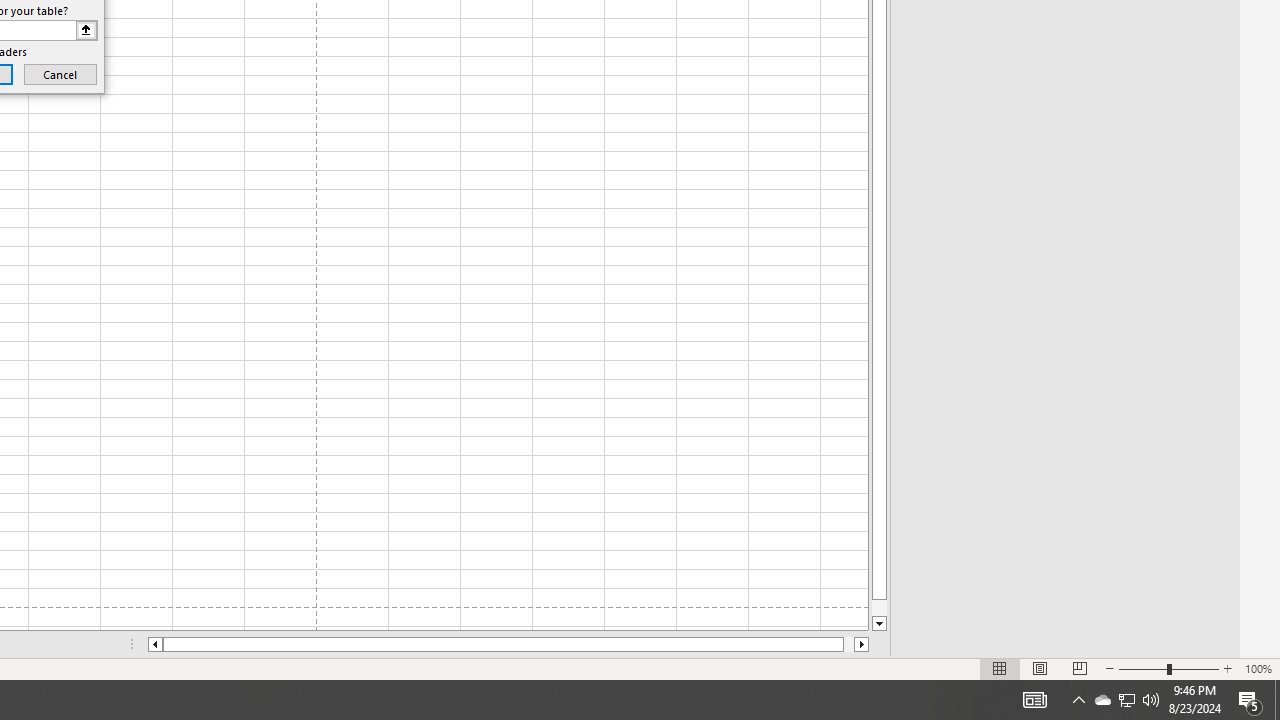 Image resolution: width=1280 pixels, height=720 pixels. I want to click on 'Page right', so click(848, 644).